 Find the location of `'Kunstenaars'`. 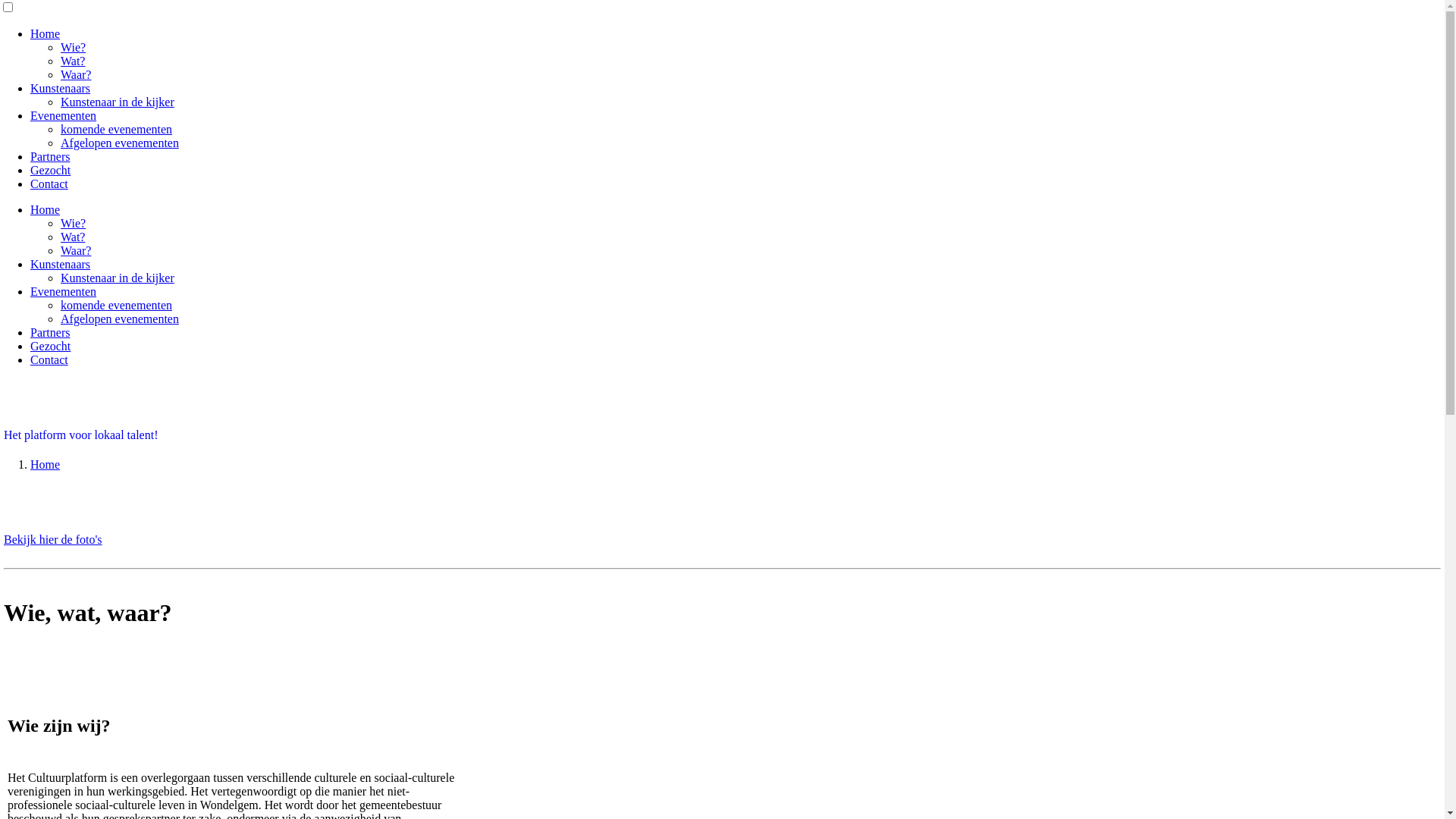

'Kunstenaars' is located at coordinates (30, 263).